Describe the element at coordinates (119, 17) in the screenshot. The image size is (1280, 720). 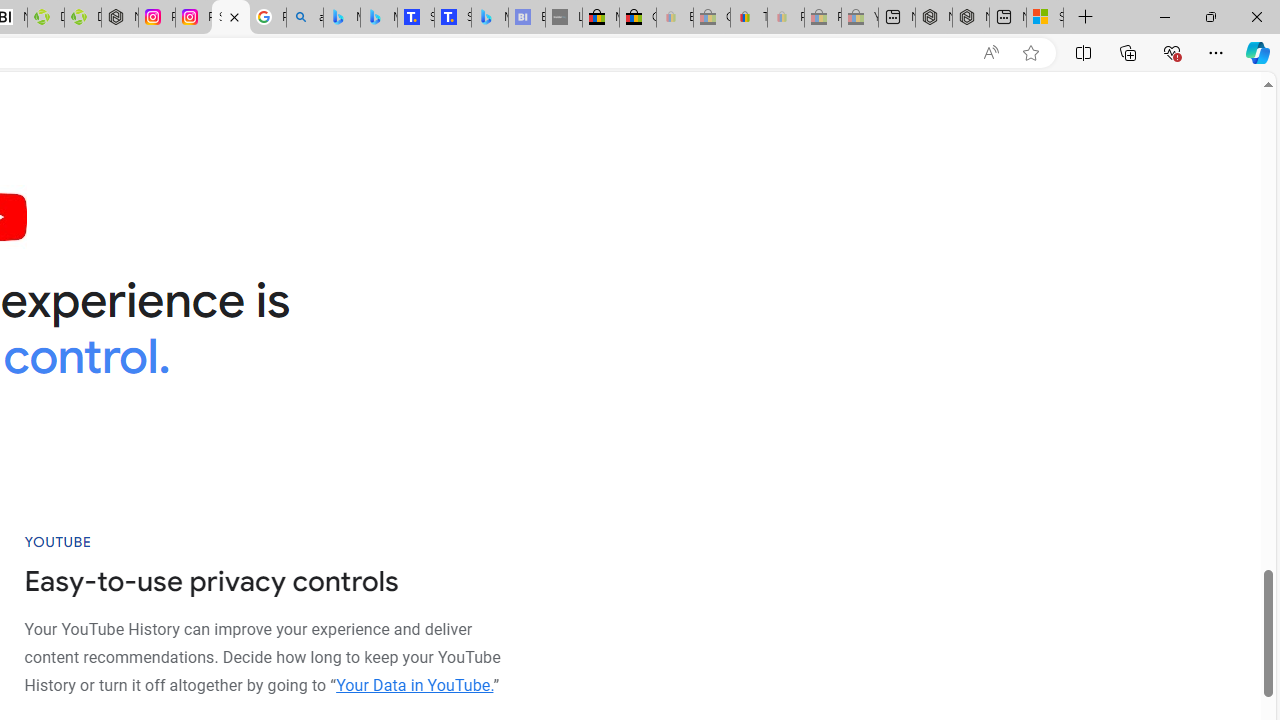
I see `'Nordace - Nordace Edin Collection'` at that location.